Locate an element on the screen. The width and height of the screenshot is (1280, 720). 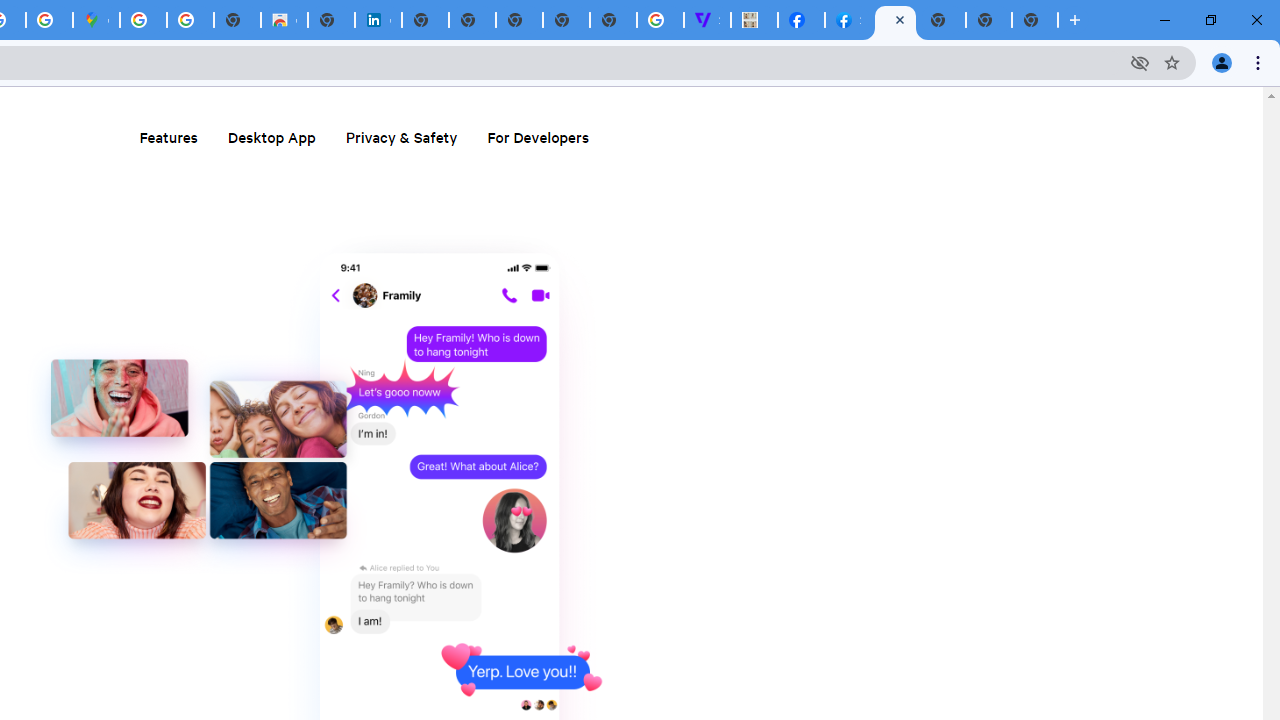
'Google Maps' is located at coordinates (95, 20).